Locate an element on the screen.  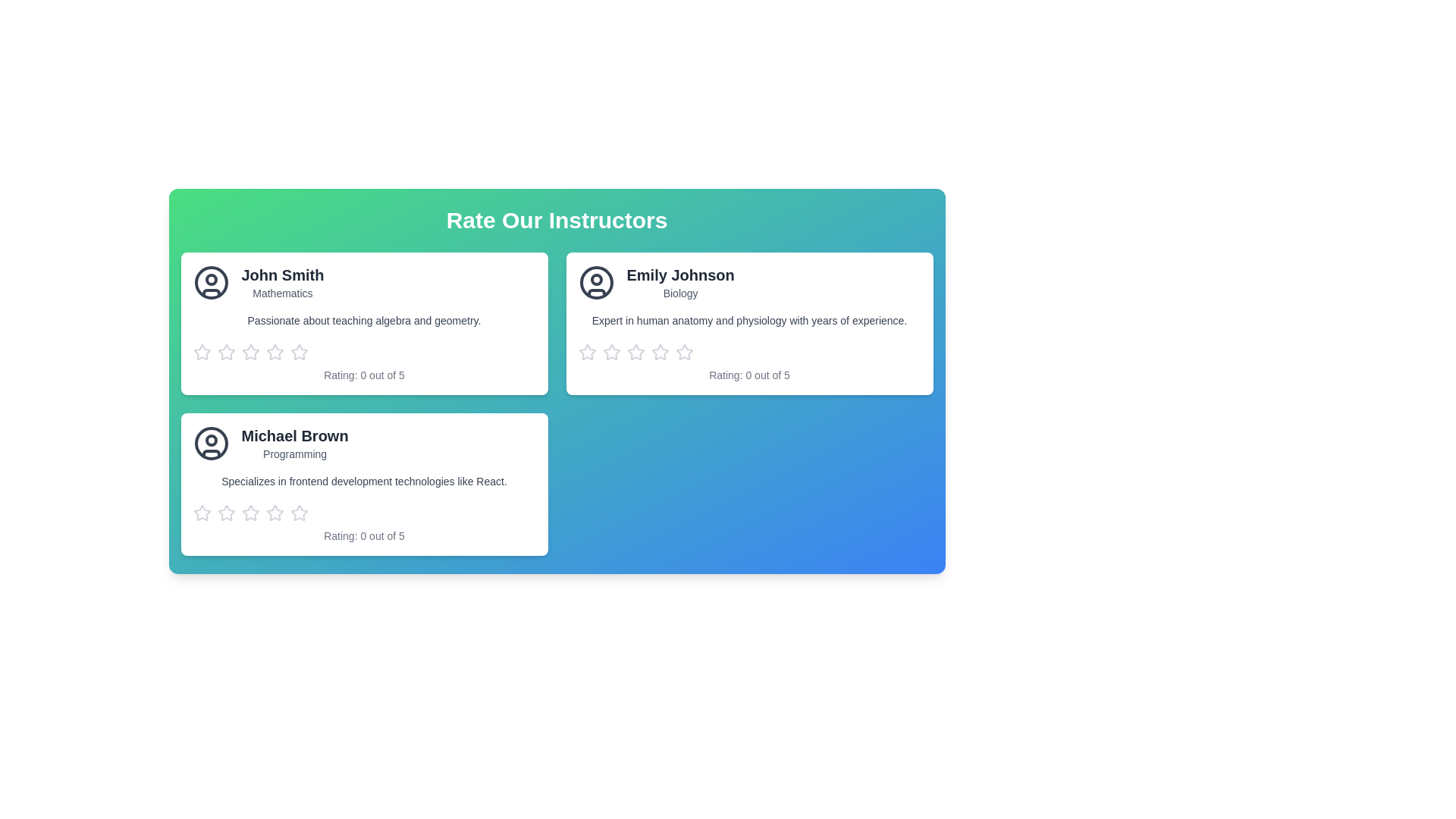
text in the combined header element about 'Michael Brown' with the title 'Programming' is located at coordinates (294, 444).